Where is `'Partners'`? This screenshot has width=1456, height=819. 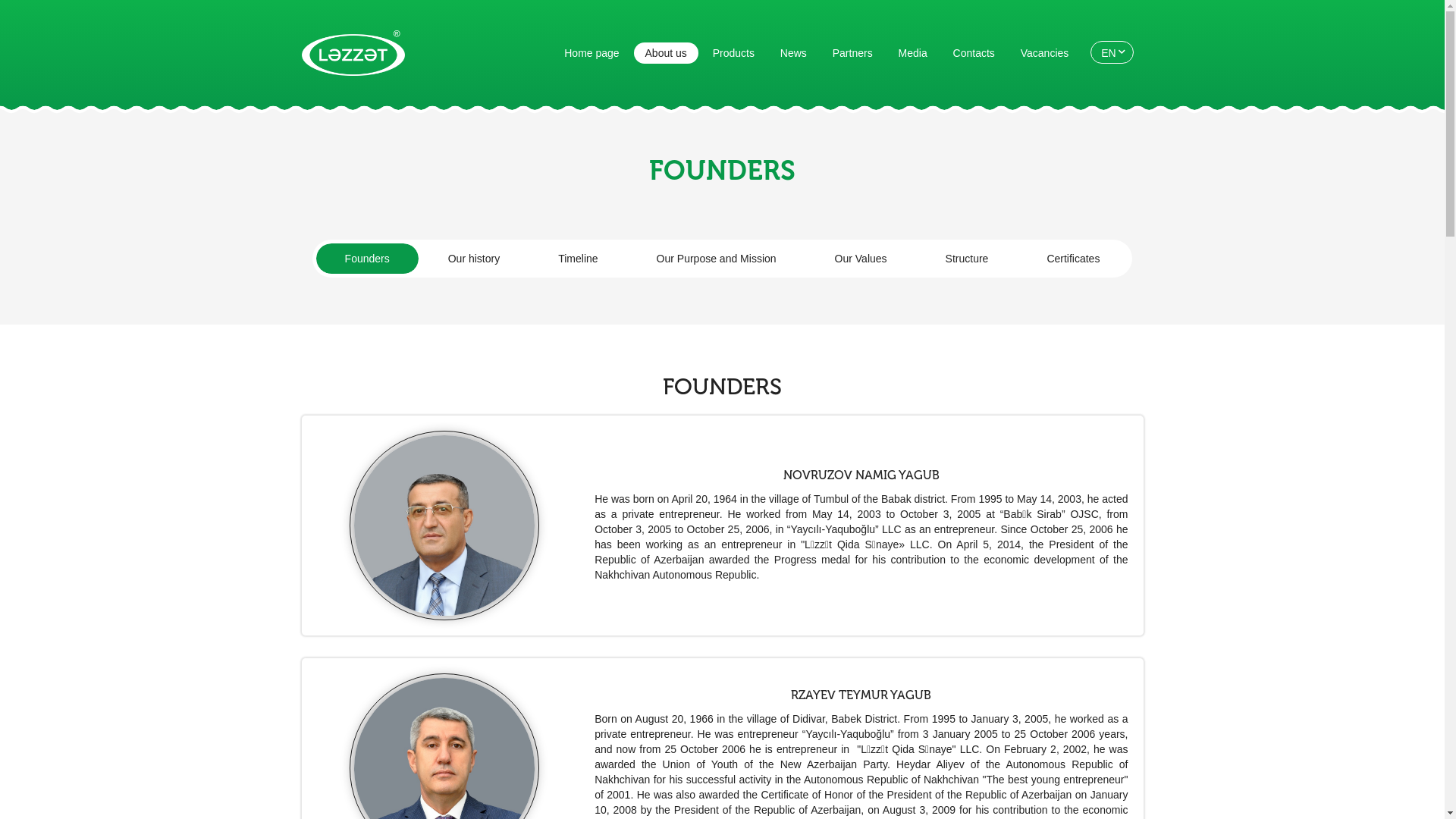
'Partners' is located at coordinates (852, 52).